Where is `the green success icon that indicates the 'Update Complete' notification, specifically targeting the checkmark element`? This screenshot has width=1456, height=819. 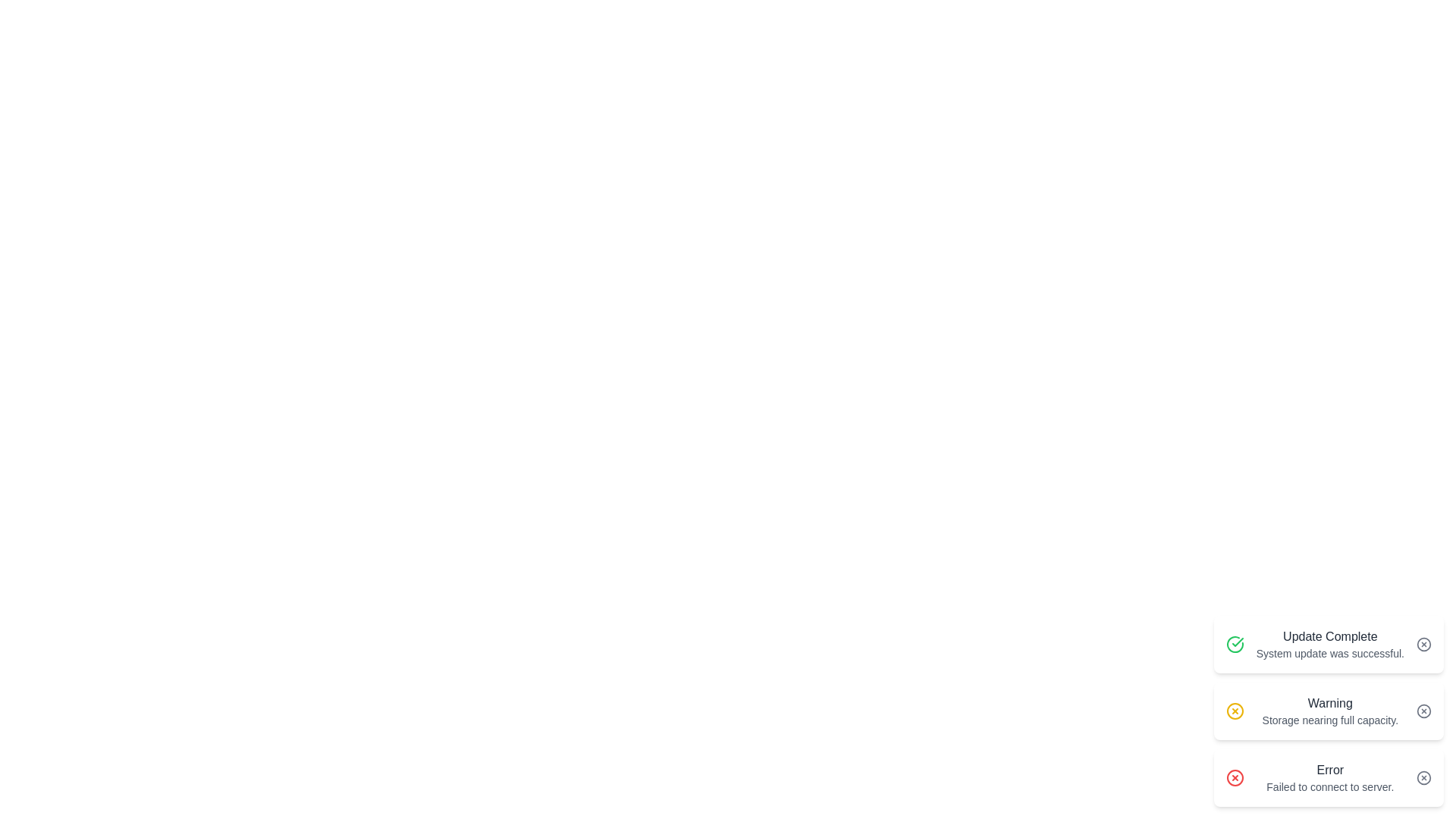
the green success icon that indicates the 'Update Complete' notification, specifically targeting the checkmark element is located at coordinates (1238, 642).